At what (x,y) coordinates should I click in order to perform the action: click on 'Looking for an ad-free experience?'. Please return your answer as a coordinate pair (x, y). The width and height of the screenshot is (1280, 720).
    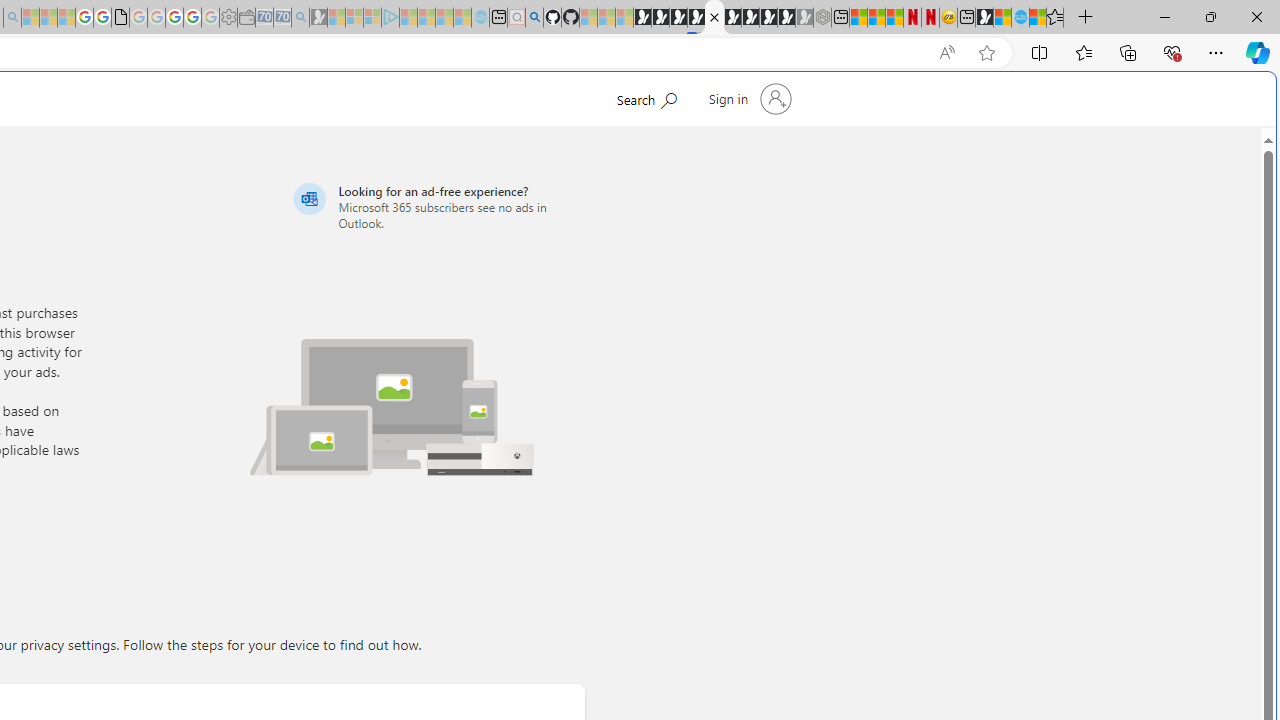
    Looking at the image, I should click on (435, 206).